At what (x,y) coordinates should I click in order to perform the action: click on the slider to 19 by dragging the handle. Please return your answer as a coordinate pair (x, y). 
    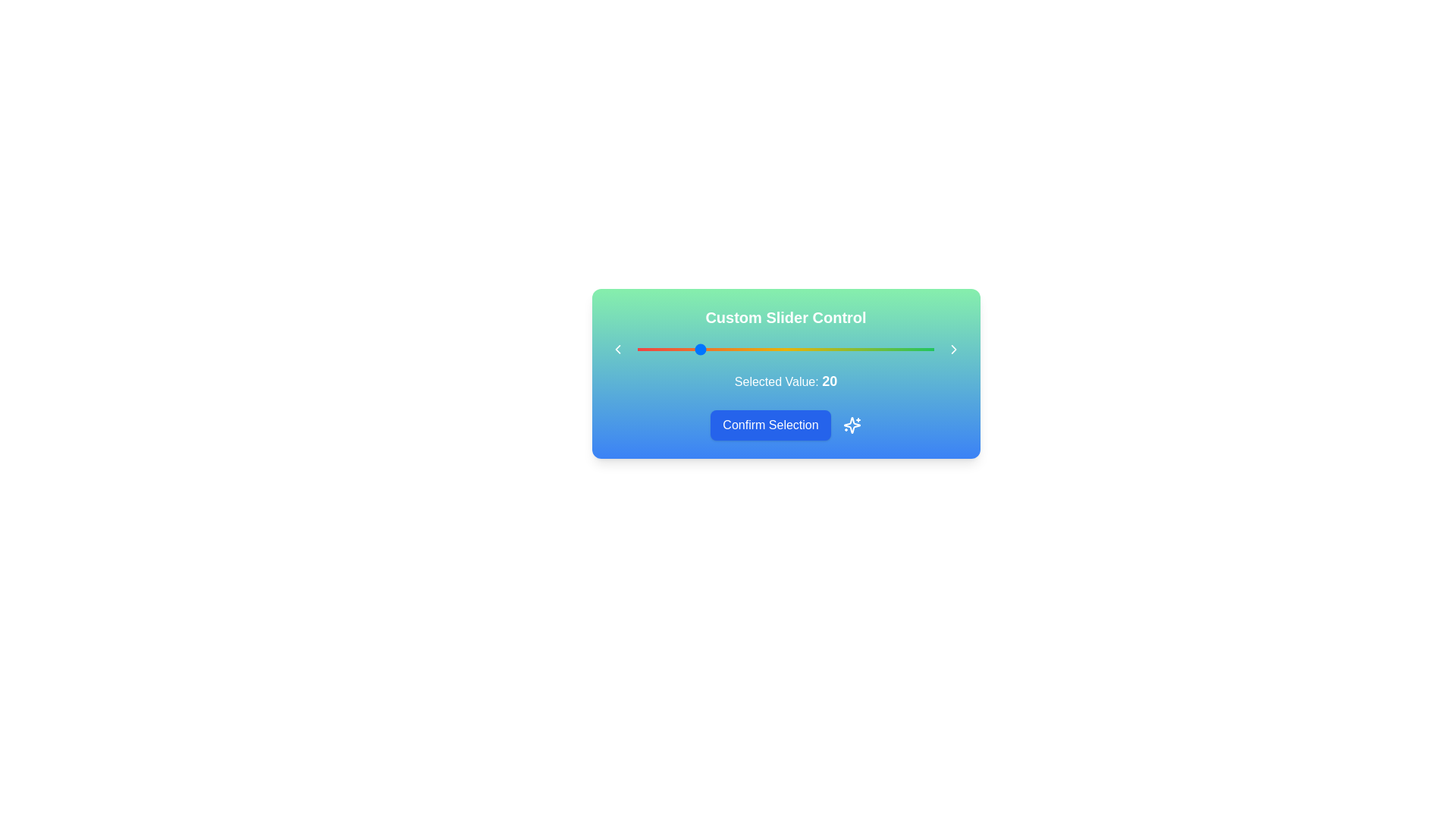
    Looking at the image, I should click on (693, 350).